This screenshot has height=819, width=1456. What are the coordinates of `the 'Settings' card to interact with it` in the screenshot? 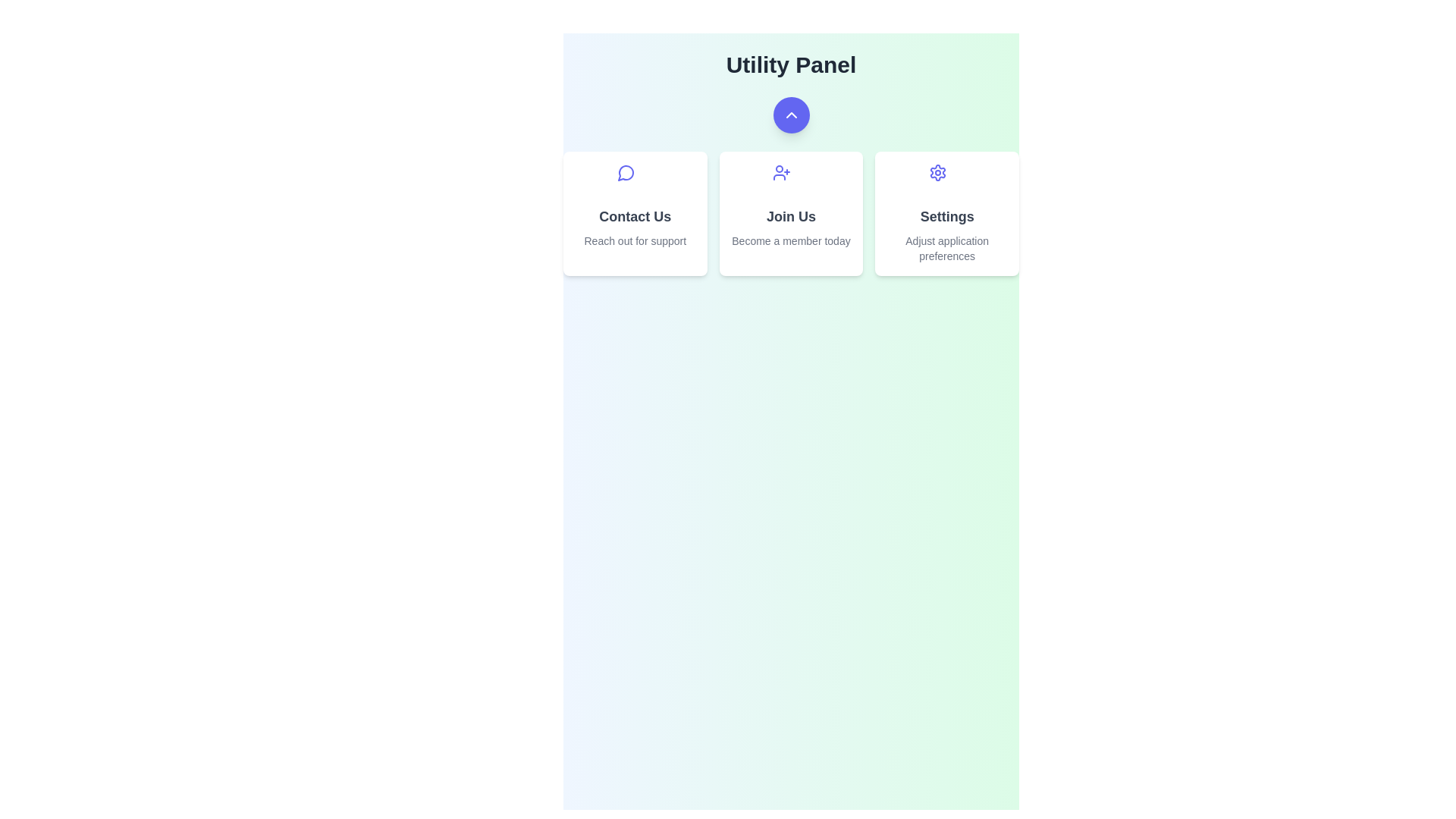 It's located at (946, 213).